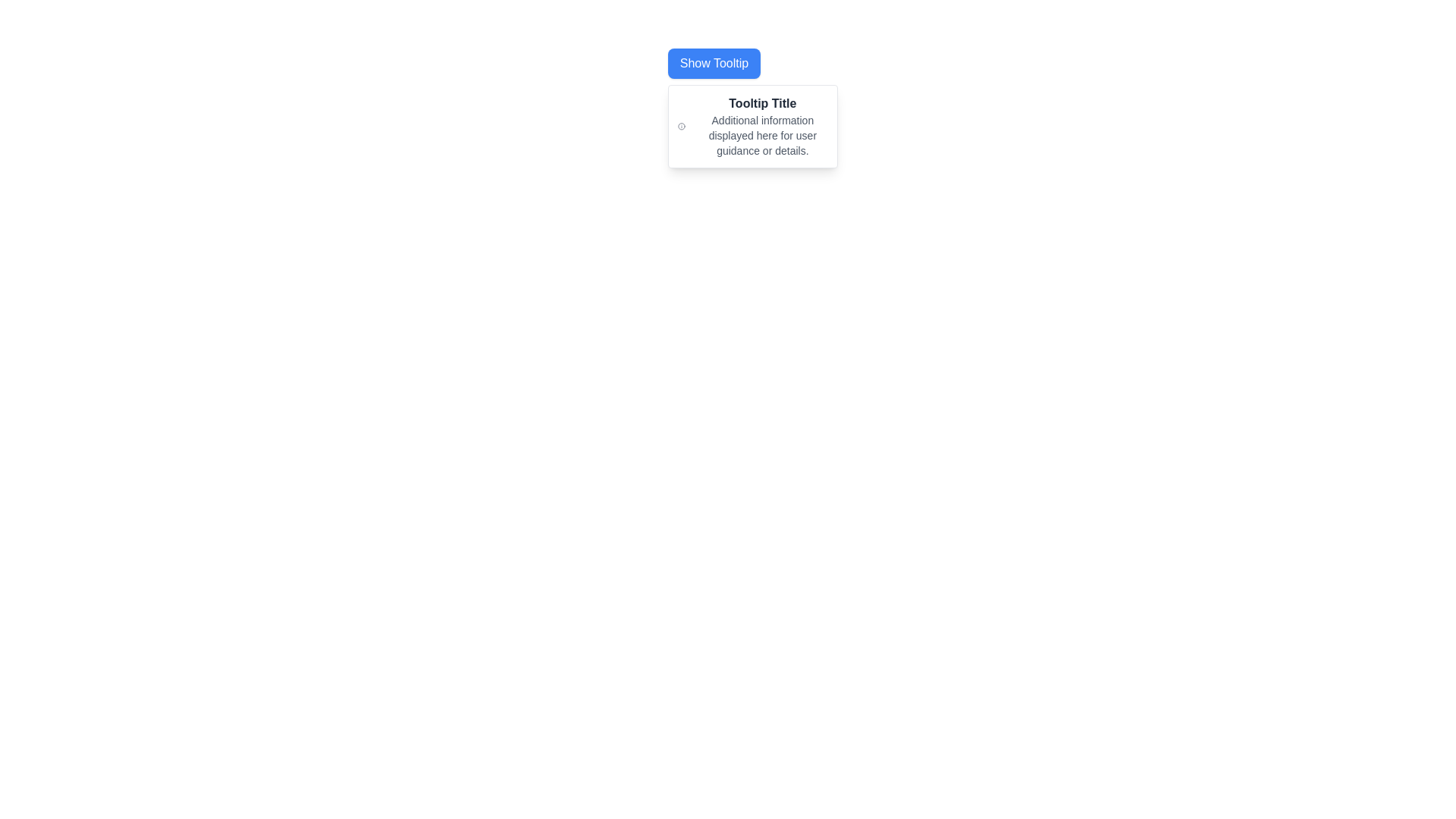  I want to click on the informational icon located in the top left corner of the tooltip box titled 'Tooltip Title', so click(680, 125).